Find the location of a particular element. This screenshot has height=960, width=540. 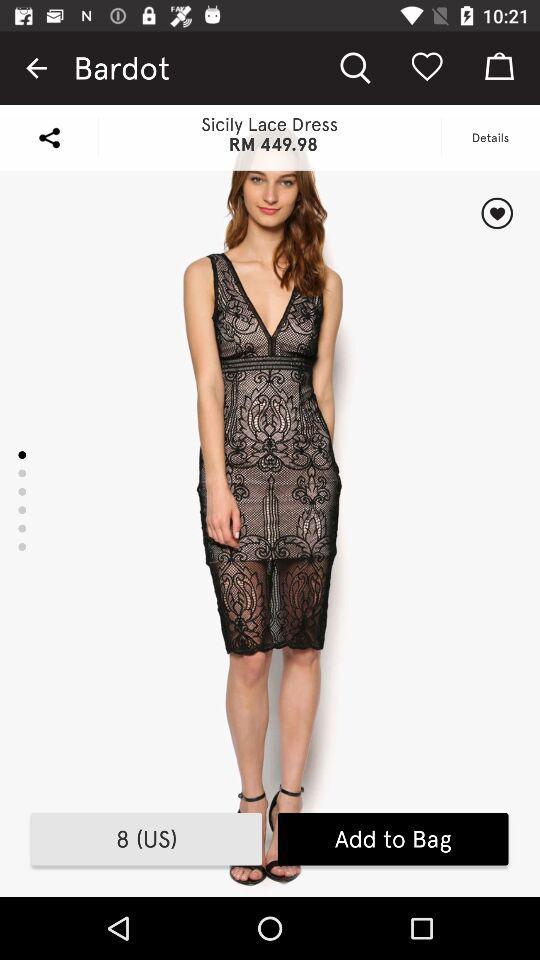

like/favorite item is located at coordinates (496, 213).